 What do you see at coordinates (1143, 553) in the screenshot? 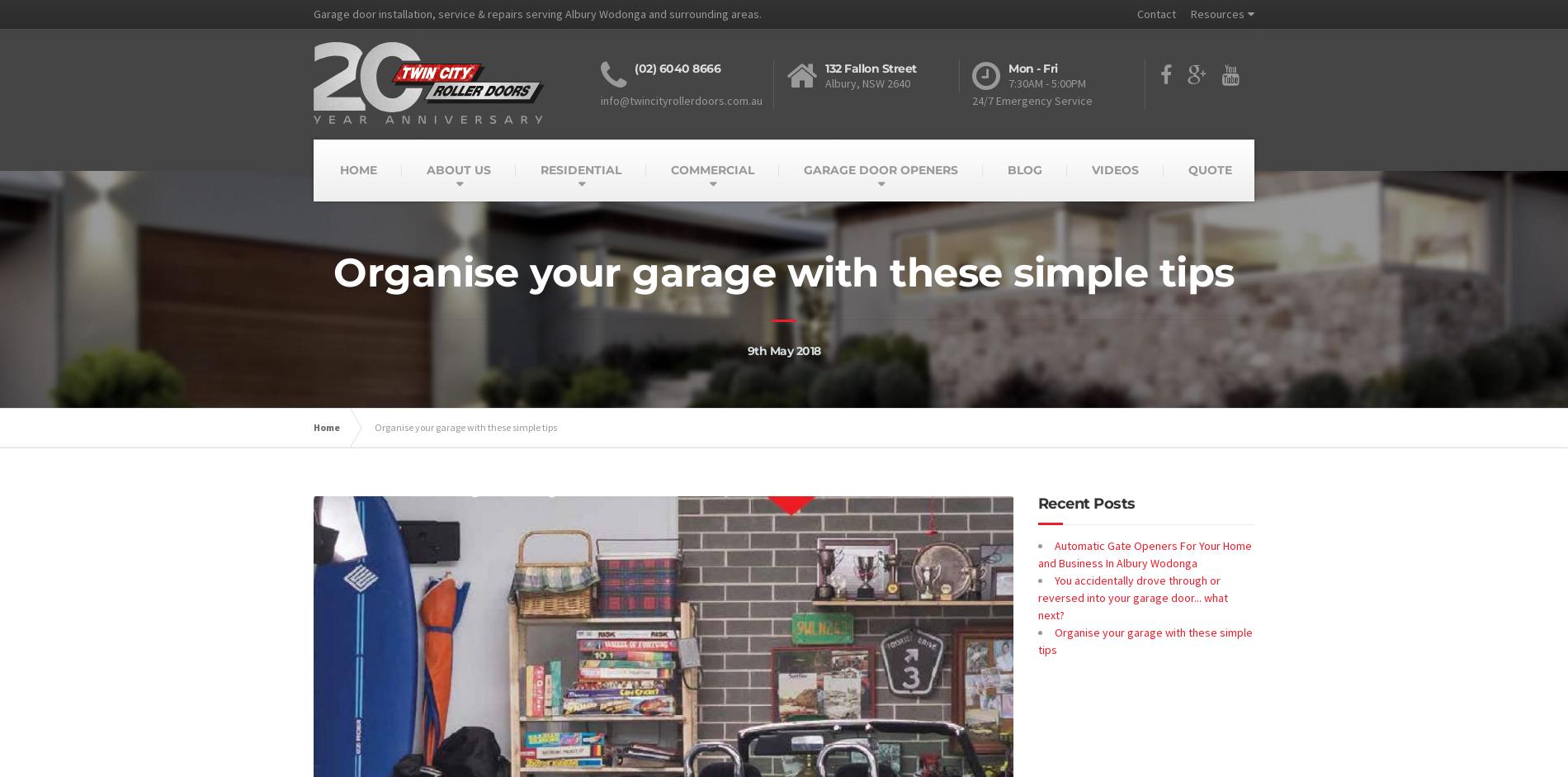
I see `'Automatic Gate Openers For Your Home and Business In Albury Wodonga'` at bounding box center [1143, 553].